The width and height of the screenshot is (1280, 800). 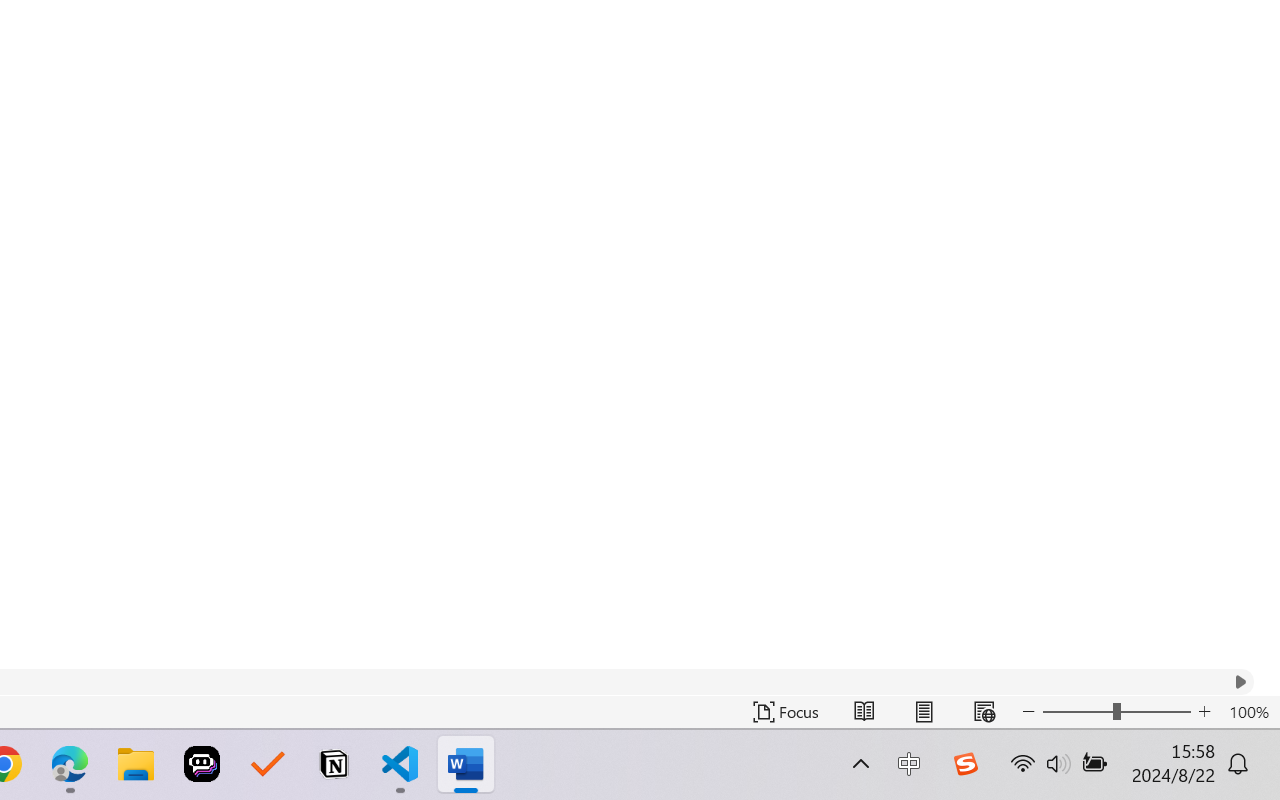 I want to click on 'Focus ', so click(x=785, y=711).